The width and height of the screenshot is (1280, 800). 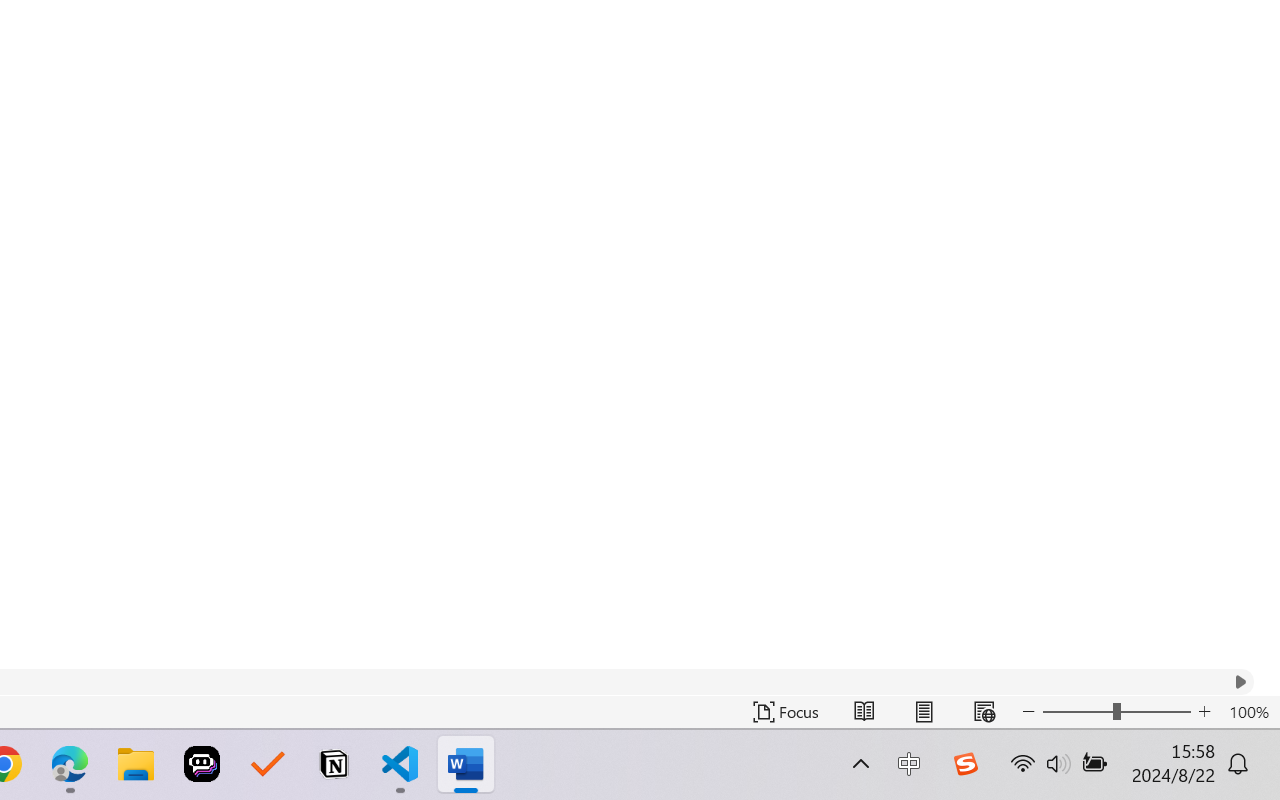 I want to click on 'Focus ', so click(x=785, y=711).